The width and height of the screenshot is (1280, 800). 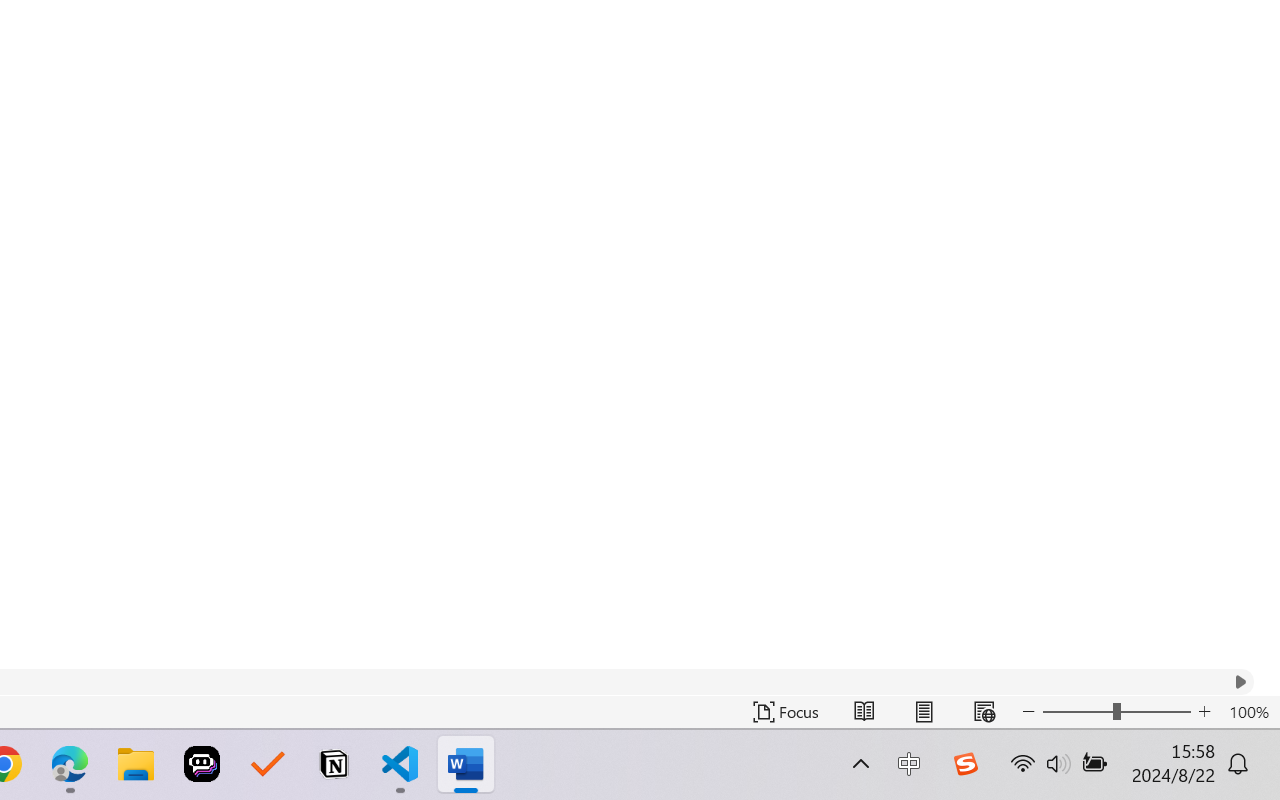 I want to click on 'Focus ', so click(x=785, y=711).